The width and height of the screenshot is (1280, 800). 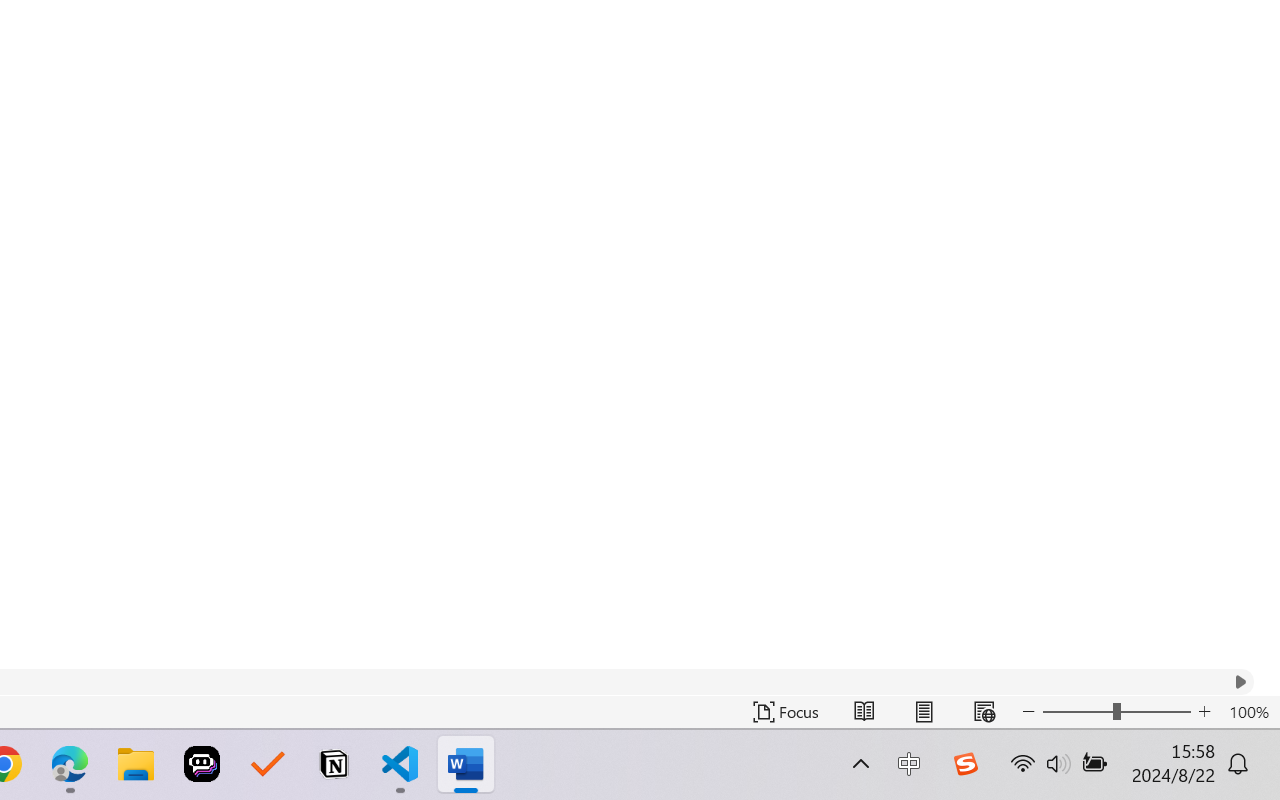 I want to click on 'Focus ', so click(x=785, y=711).